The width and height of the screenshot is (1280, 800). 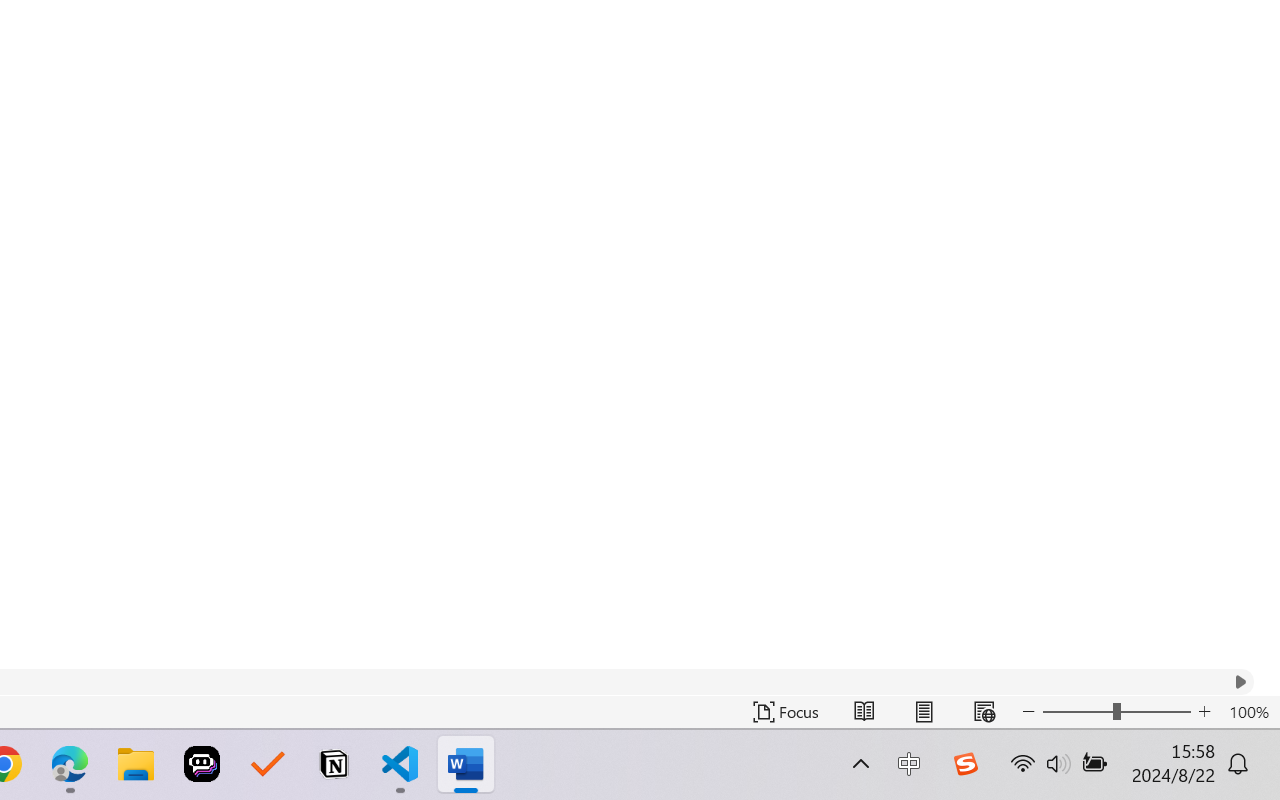 I want to click on 'Focus ', so click(x=785, y=711).